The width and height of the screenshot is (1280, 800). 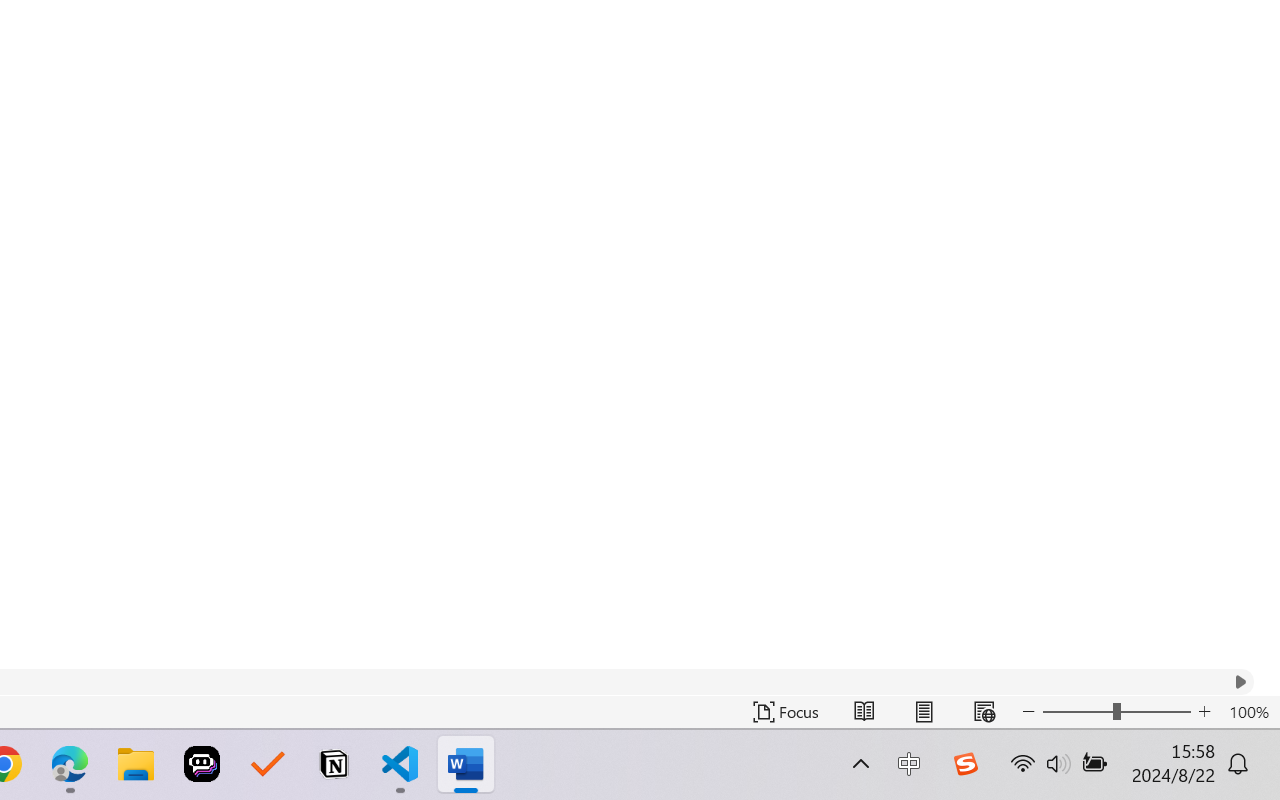 I want to click on 'Focus ', so click(x=785, y=711).